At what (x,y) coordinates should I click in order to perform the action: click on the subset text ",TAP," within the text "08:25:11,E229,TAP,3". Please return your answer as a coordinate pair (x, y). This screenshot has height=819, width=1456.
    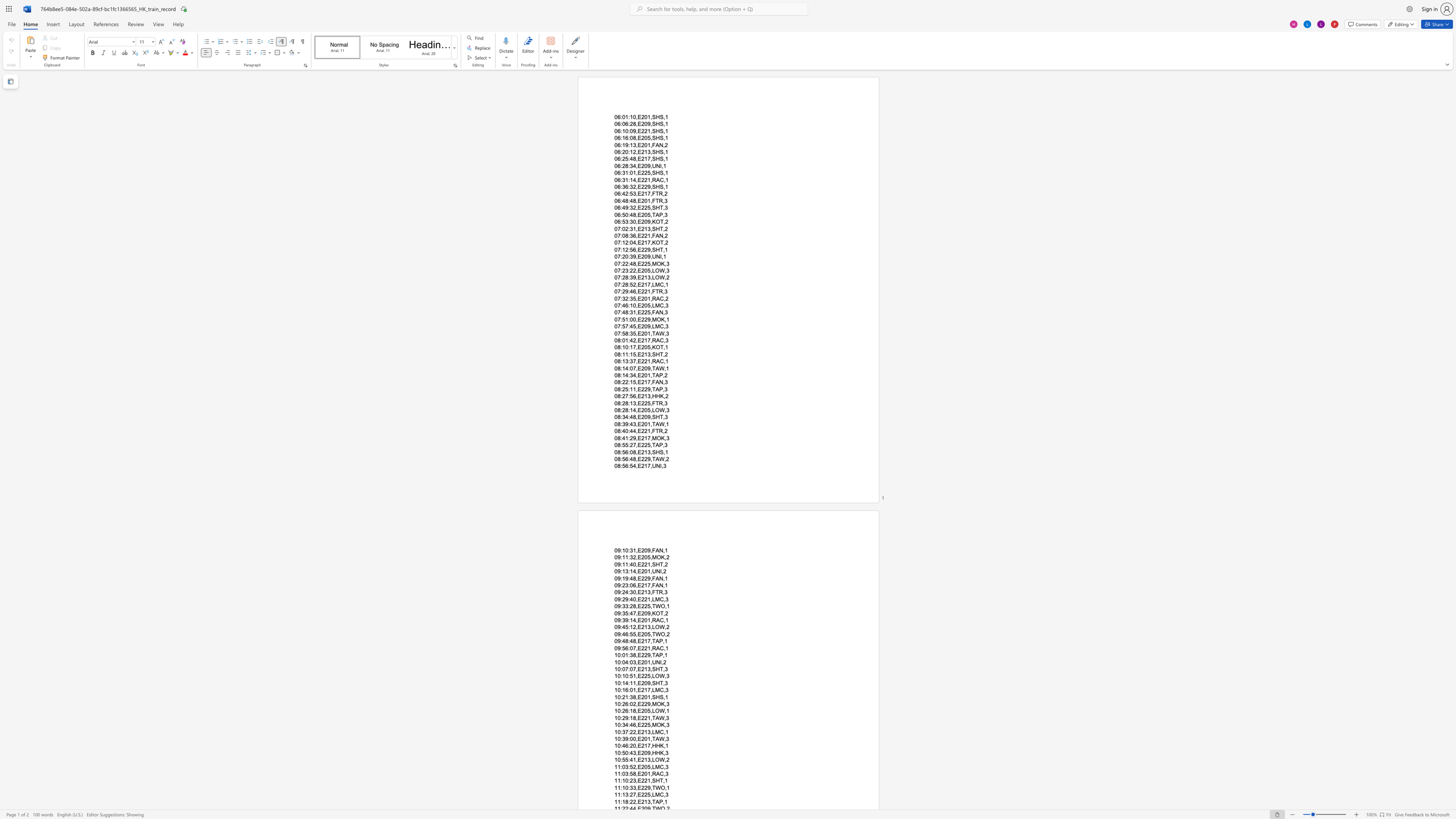
    Looking at the image, I should click on (649, 389).